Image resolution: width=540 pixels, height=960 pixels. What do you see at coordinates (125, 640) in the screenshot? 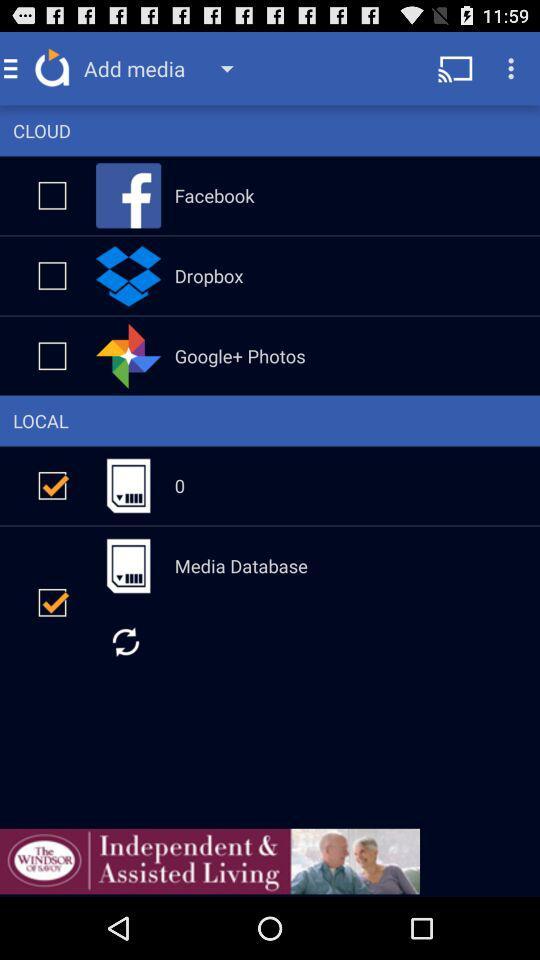
I see `reload button` at bounding box center [125, 640].